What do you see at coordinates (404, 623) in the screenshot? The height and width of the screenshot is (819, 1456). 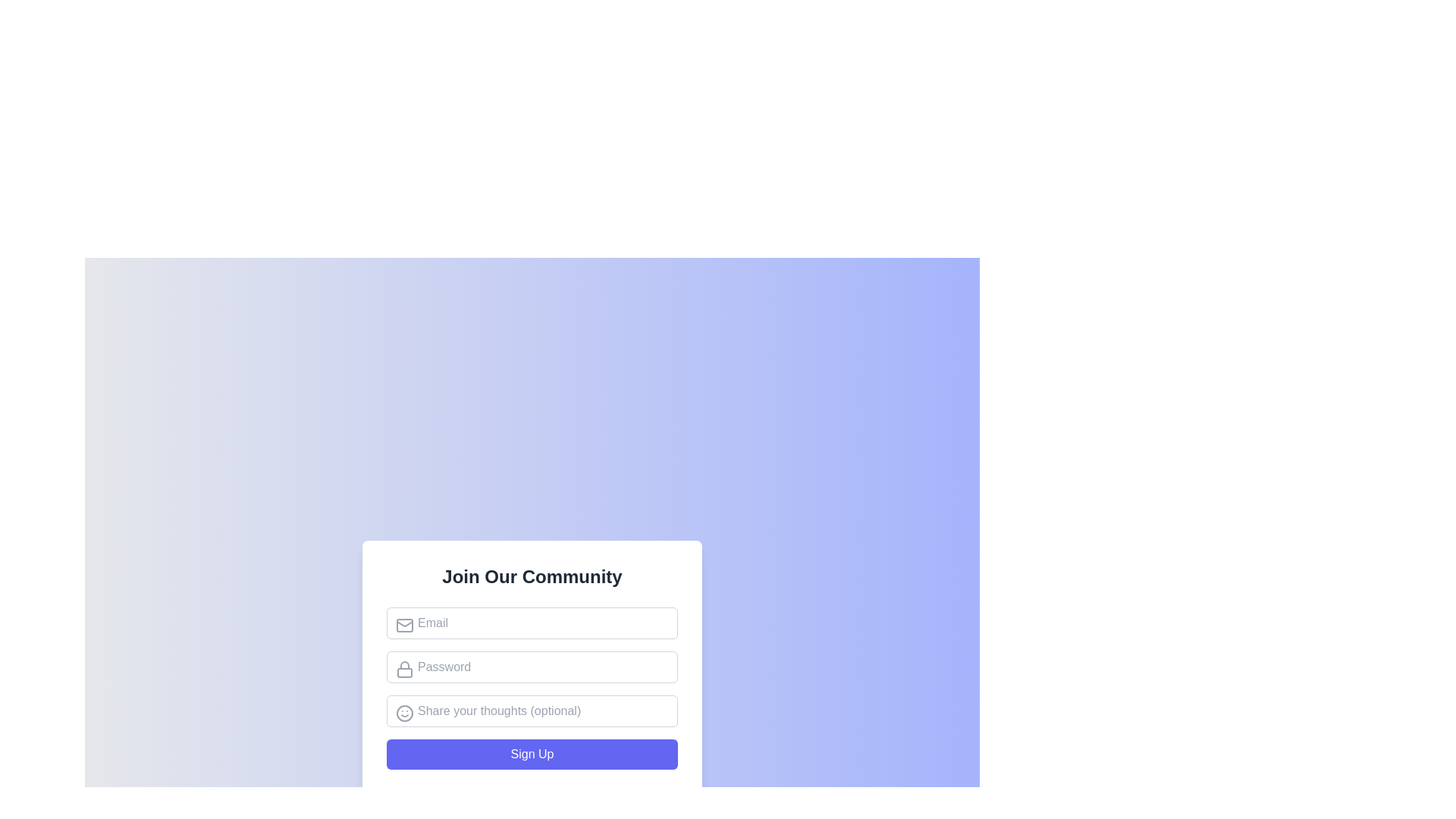 I see `the decorative email icon located inside the email input field towards the left side, indicating the purpose of the field` at bounding box center [404, 623].